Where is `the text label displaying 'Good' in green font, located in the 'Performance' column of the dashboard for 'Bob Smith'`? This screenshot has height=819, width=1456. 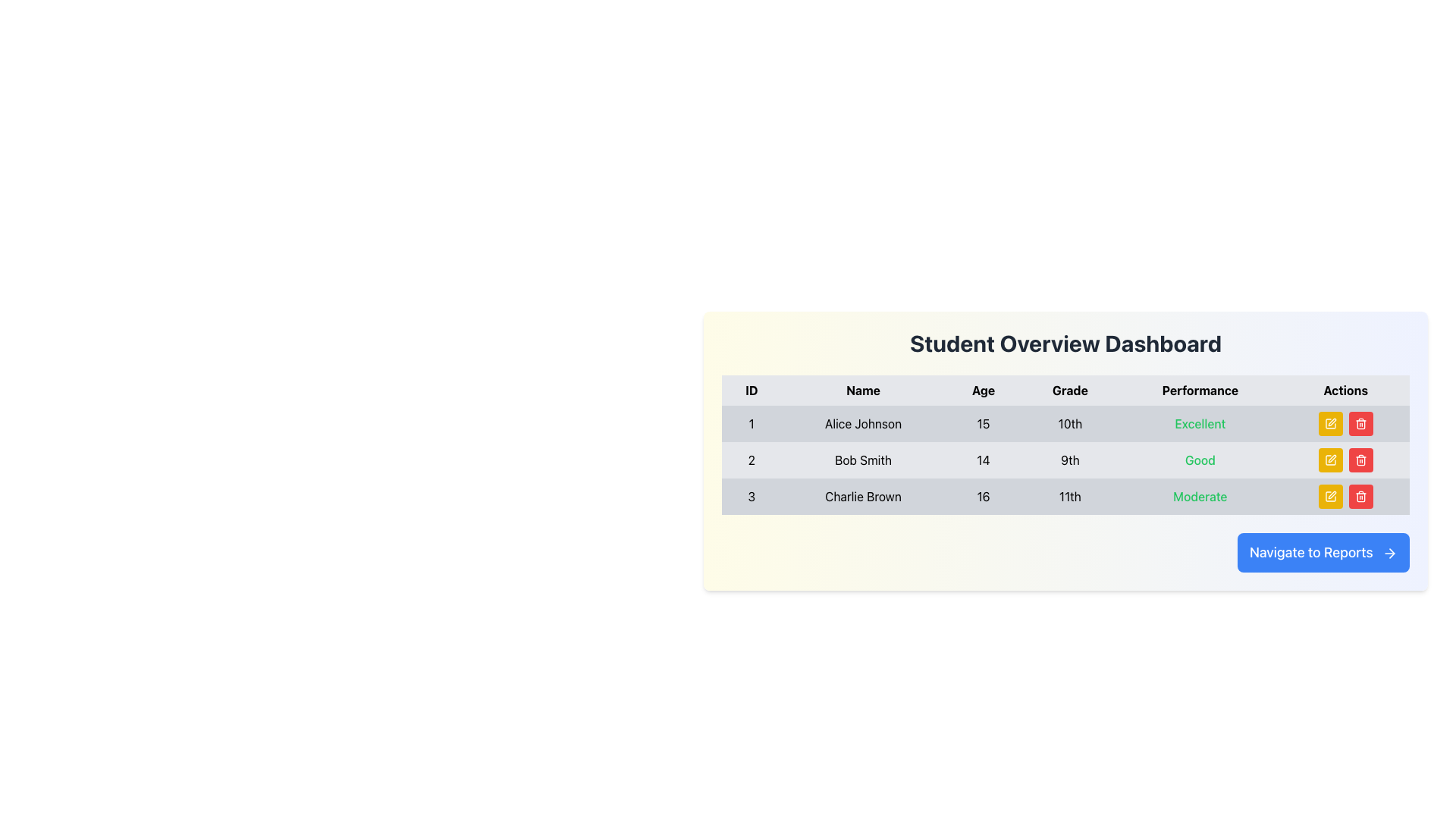 the text label displaying 'Good' in green font, located in the 'Performance' column of the dashboard for 'Bob Smith' is located at coordinates (1199, 459).